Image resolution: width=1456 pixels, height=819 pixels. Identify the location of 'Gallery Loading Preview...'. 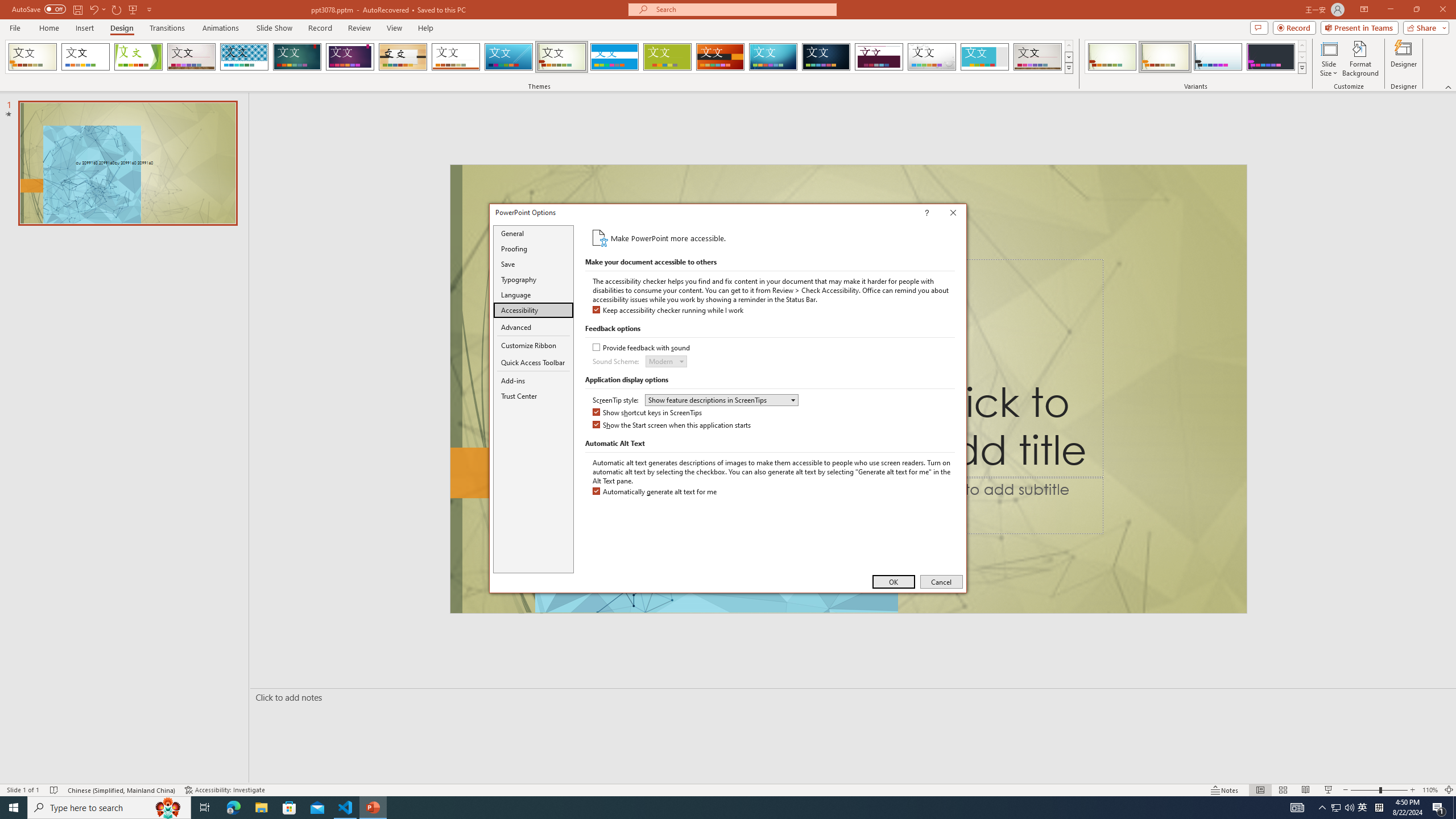
(1038, 56).